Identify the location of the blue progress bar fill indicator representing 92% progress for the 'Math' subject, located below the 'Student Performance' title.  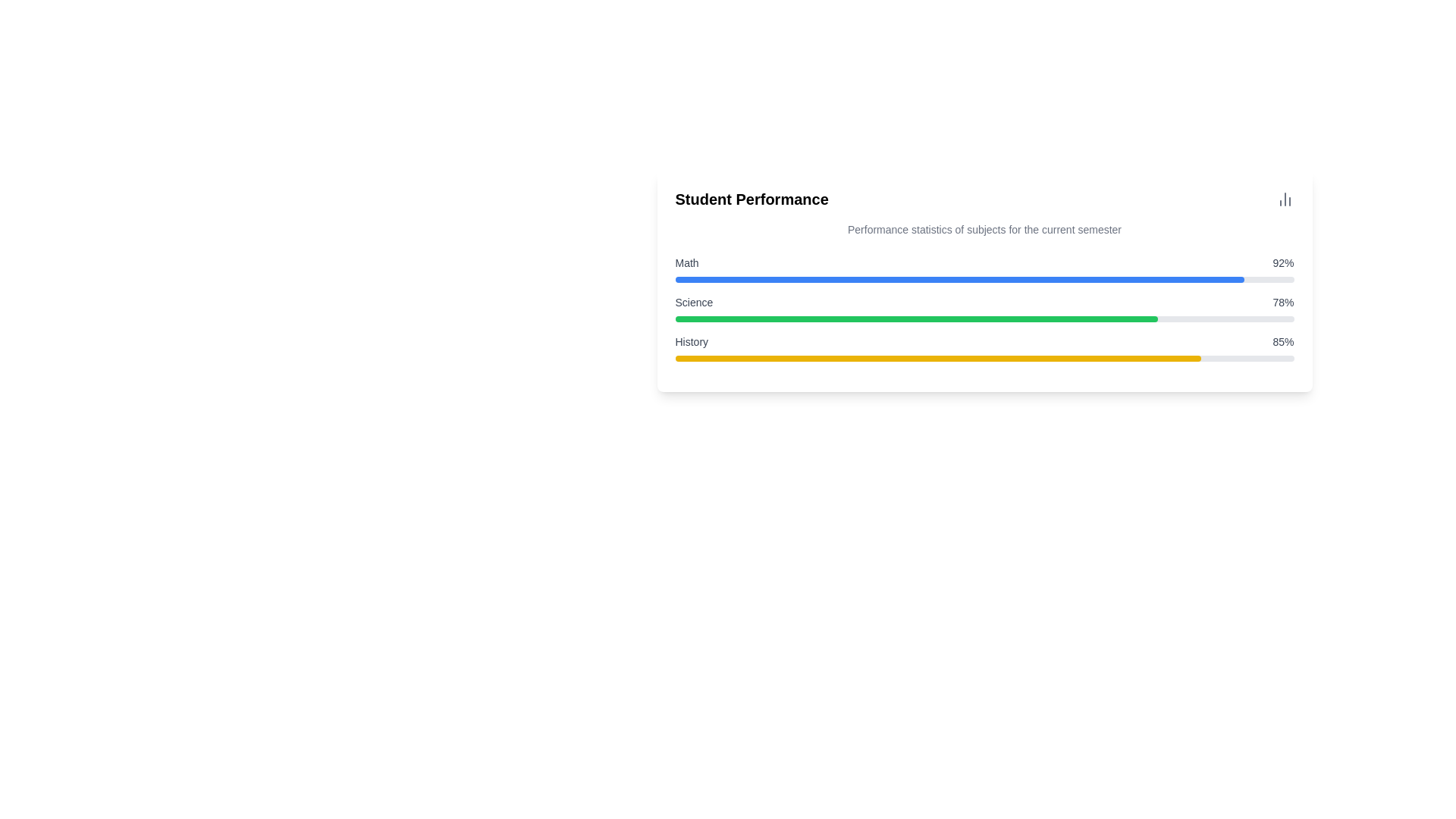
(959, 280).